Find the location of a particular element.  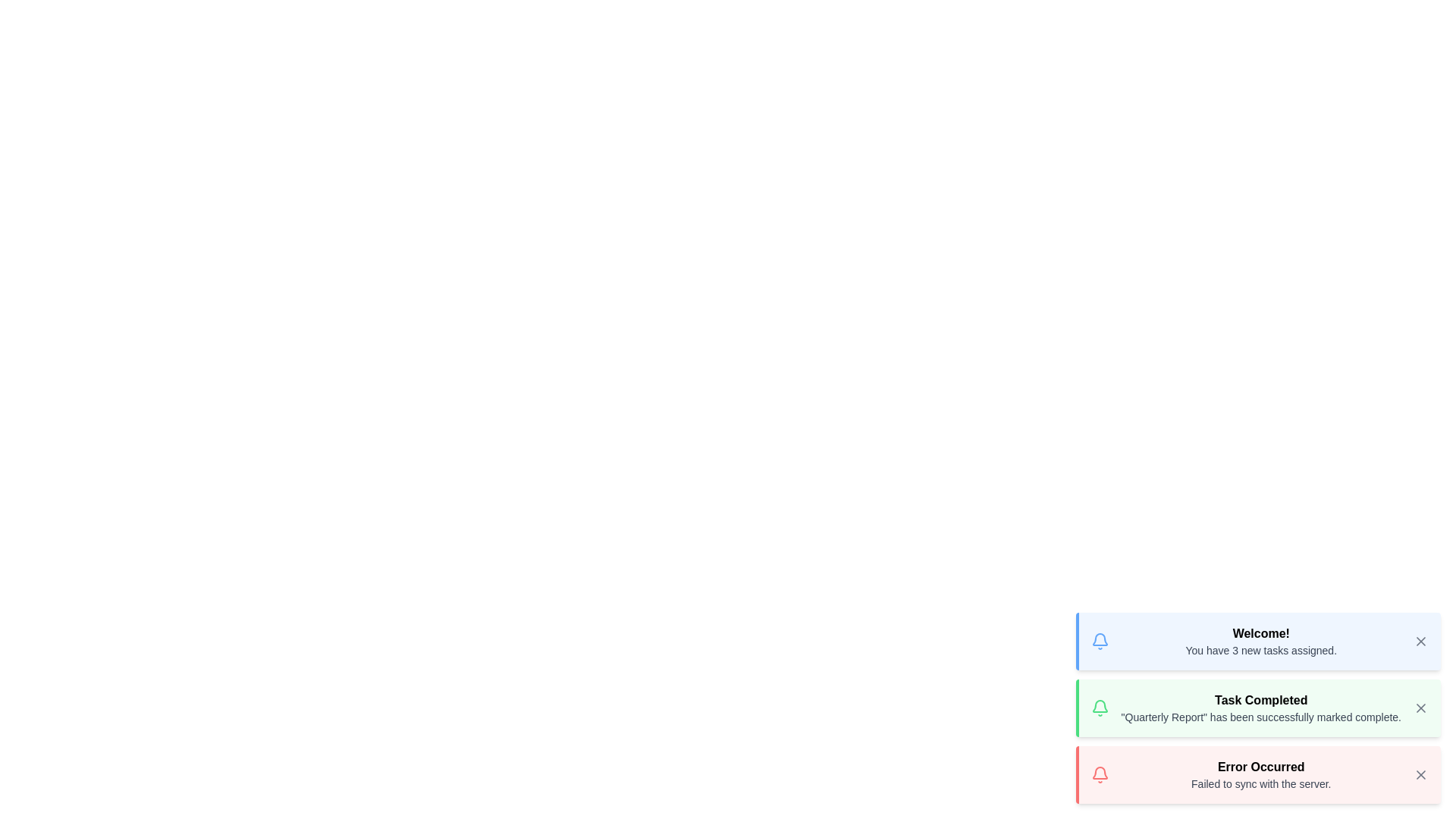

the button-like SVG element in the top-right corner of the notification card with a green background and the text 'Task Completed' is located at coordinates (1420, 708).